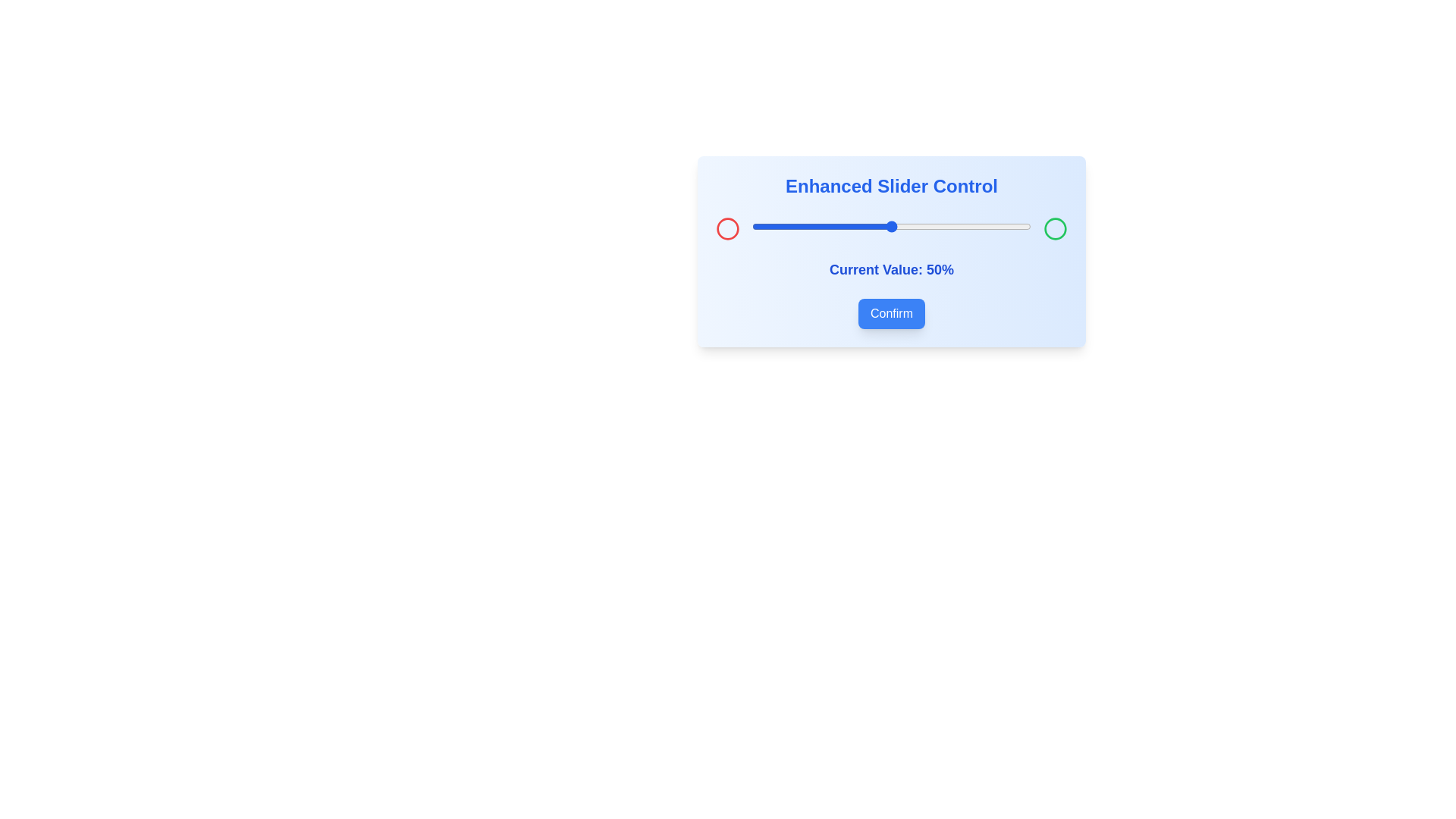 This screenshot has height=819, width=1456. What do you see at coordinates (892, 312) in the screenshot?
I see `the confirmation button located below the text 'Current Value: 50%' to confirm or submit` at bounding box center [892, 312].